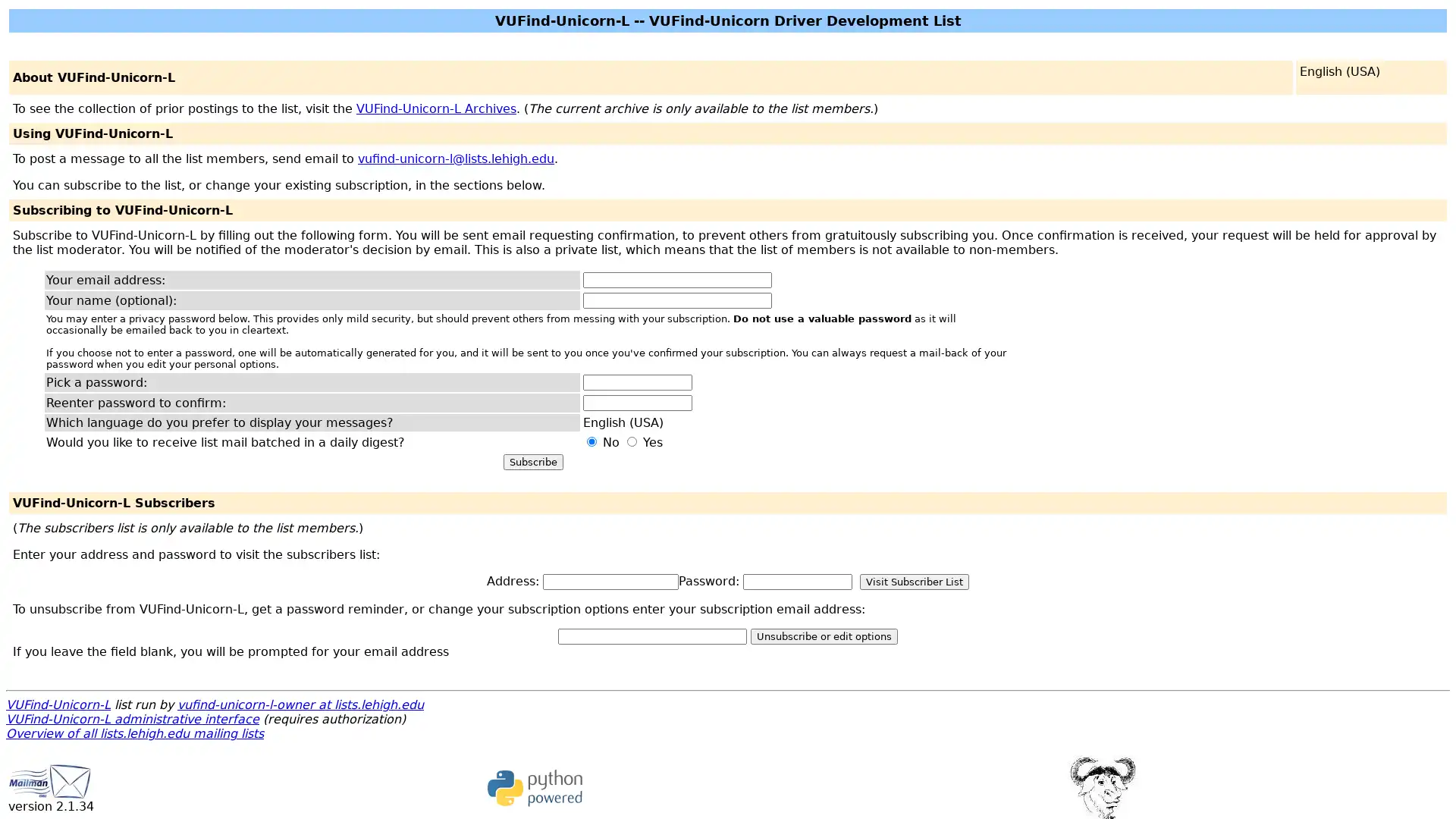 This screenshot has width=1456, height=819. I want to click on Unsubscribe or edit options, so click(823, 636).